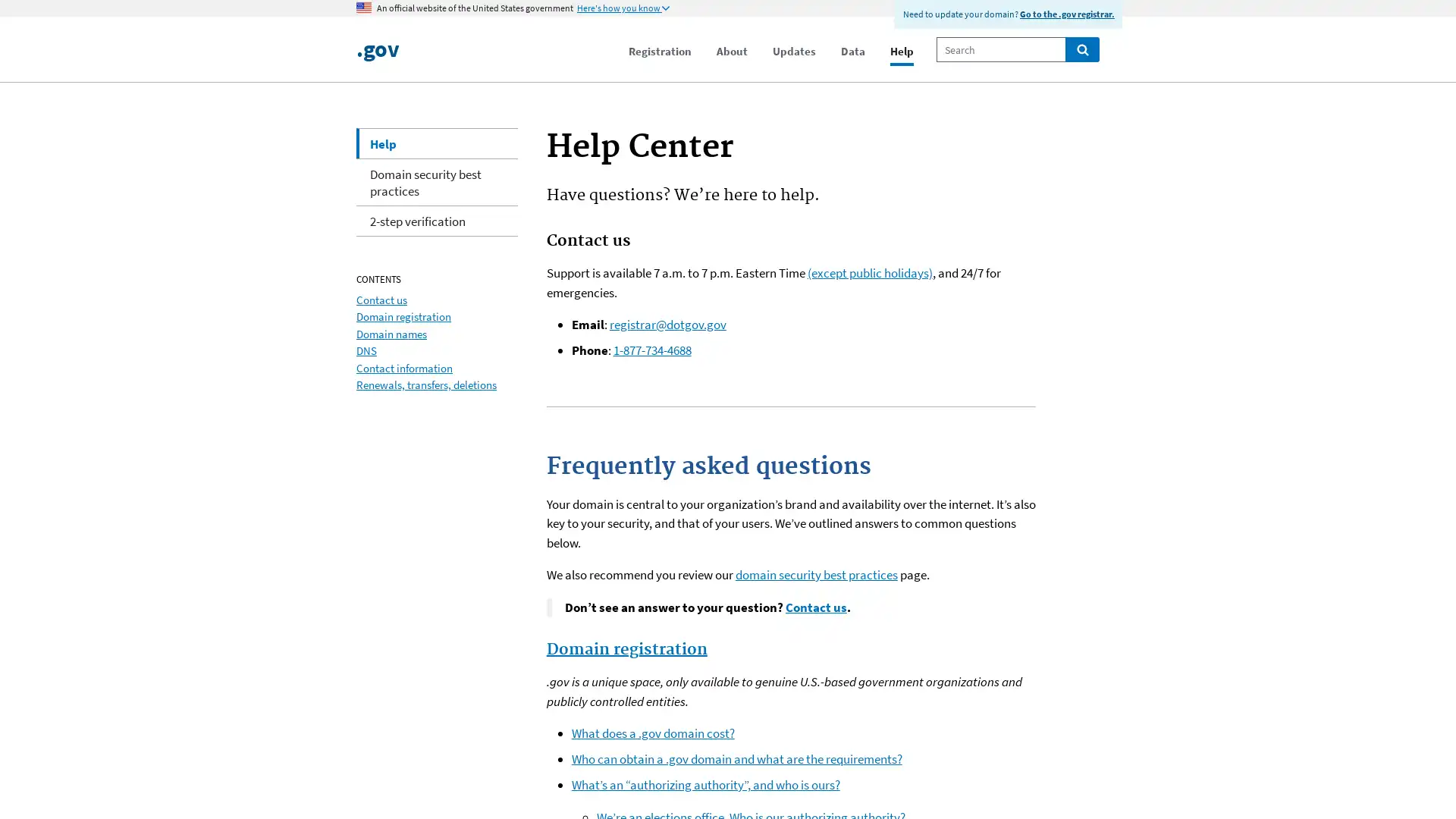 This screenshot has height=819, width=1456. What do you see at coordinates (1081, 49) in the screenshot?
I see `Search` at bounding box center [1081, 49].